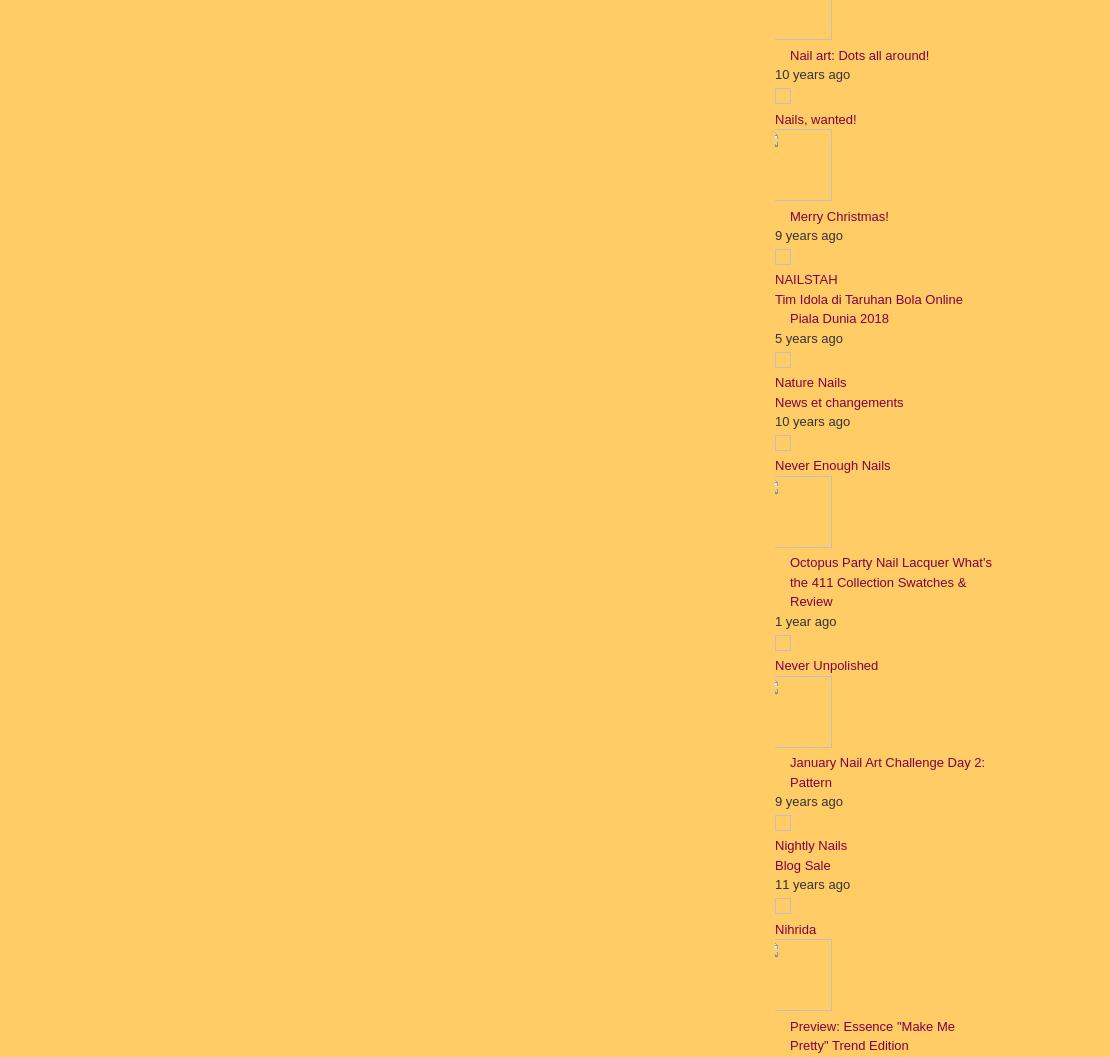 Image resolution: width=1110 pixels, height=1057 pixels. I want to click on 'Preview: Essence "Make Me Pretty" Trend Edition', so click(871, 1034).